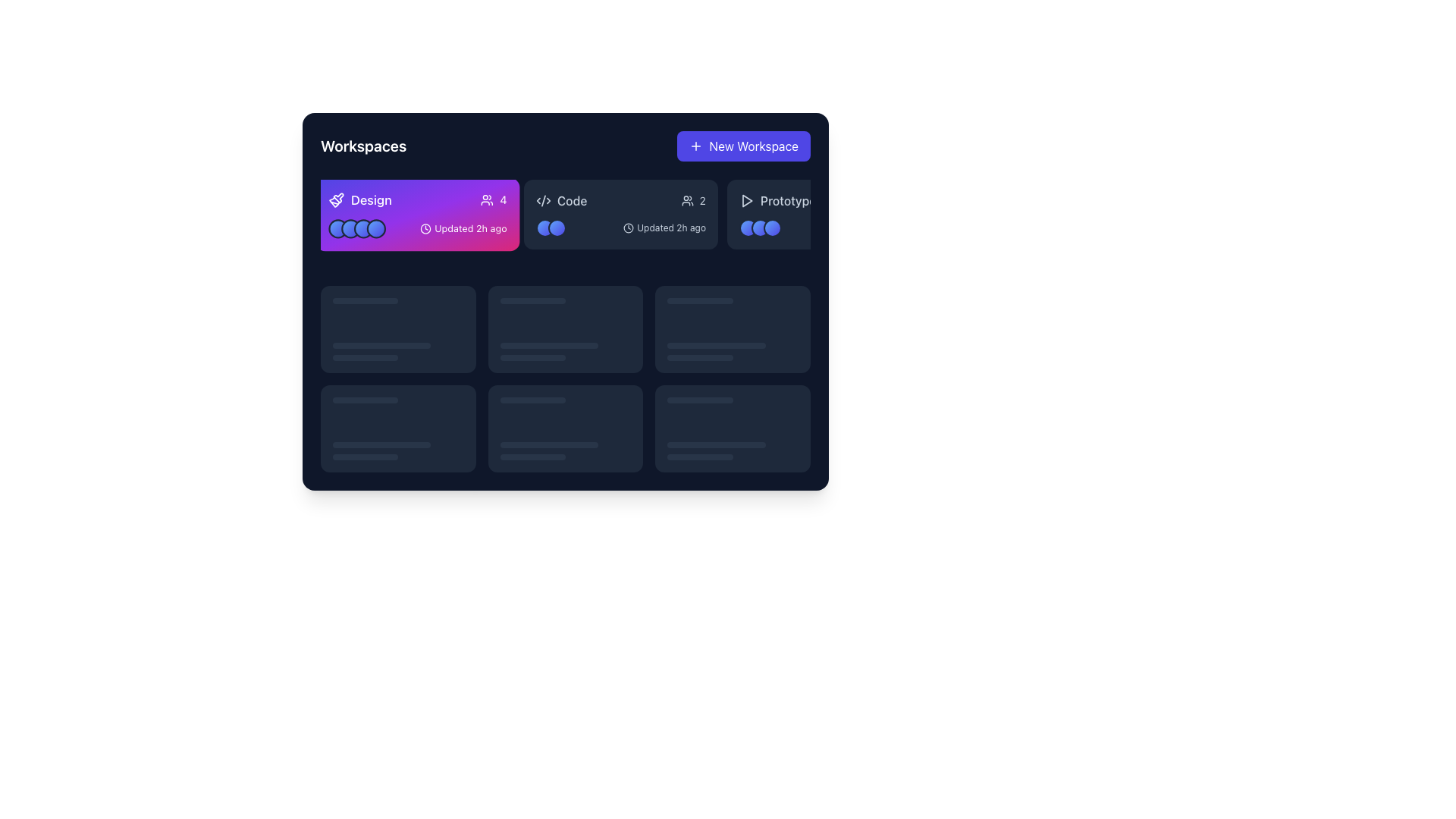  I want to click on the button labeled 'Prototype' which features a triangular play icon, located in the top-right corner of the card-like section, so click(777, 200).